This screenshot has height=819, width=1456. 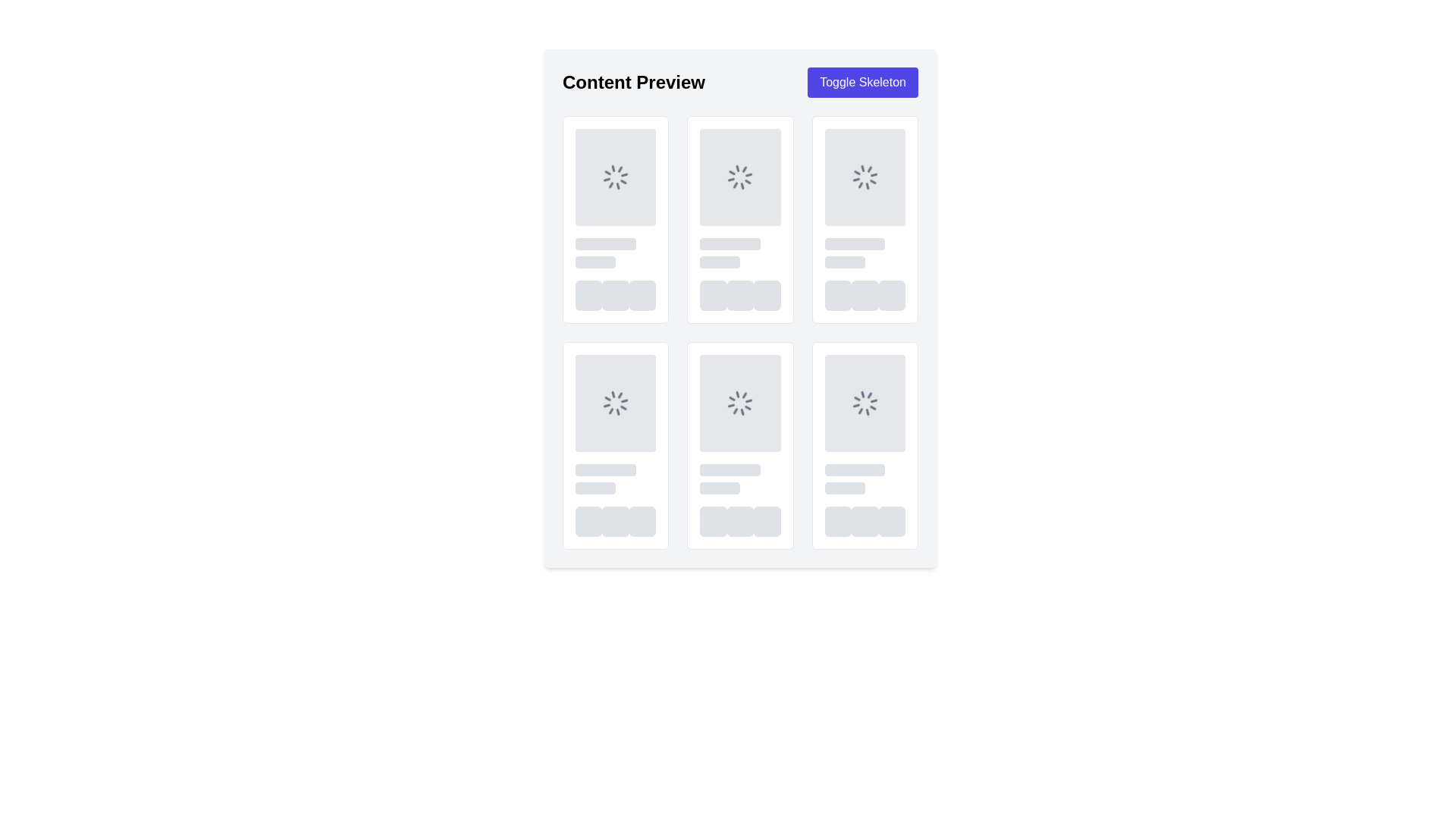 What do you see at coordinates (616, 520) in the screenshot?
I see `the middle rounded square loading indicator, which is part of a three-element group at the bottom row of the grid layout` at bounding box center [616, 520].